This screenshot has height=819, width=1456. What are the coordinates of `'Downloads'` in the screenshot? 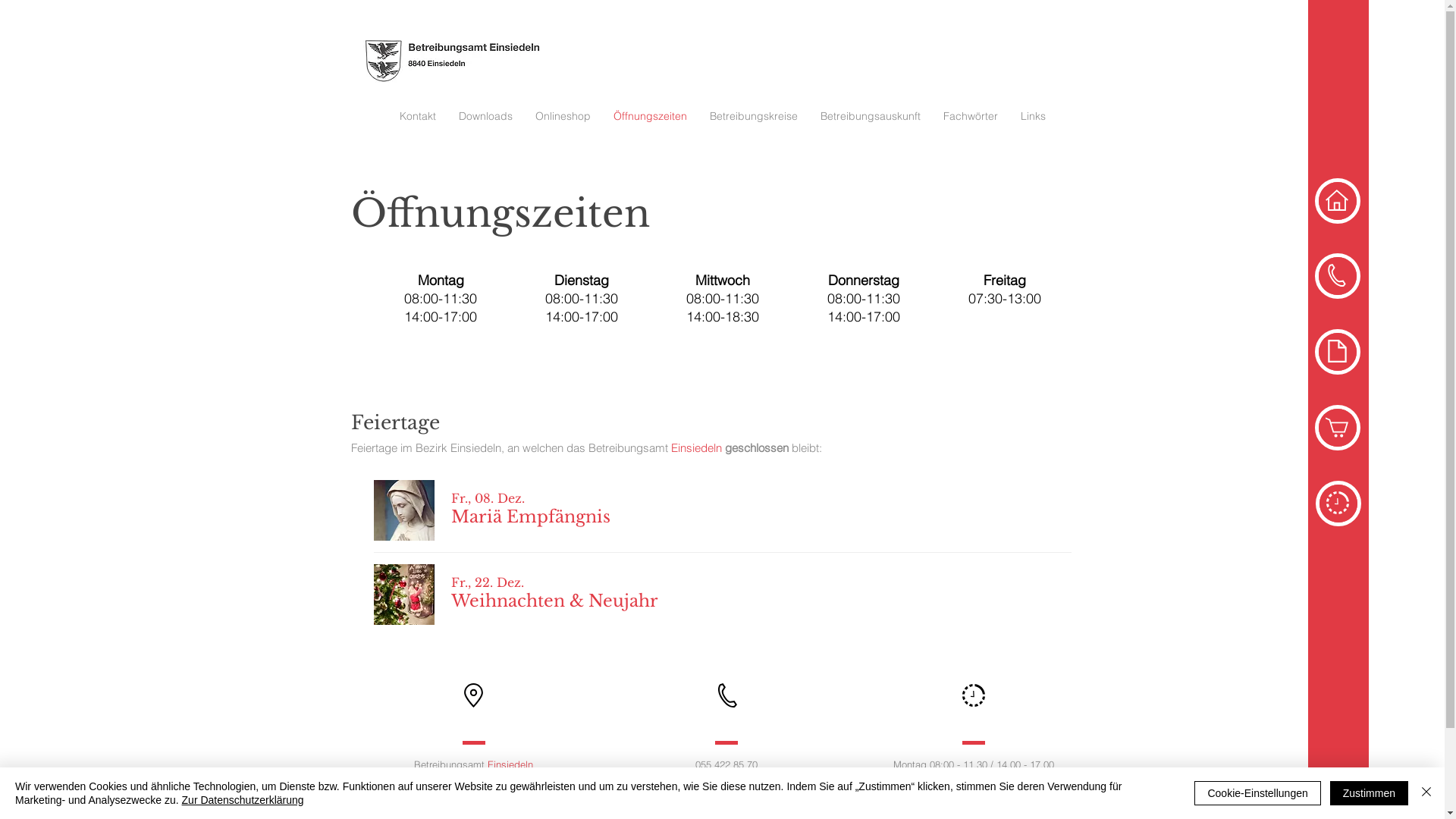 It's located at (485, 115).